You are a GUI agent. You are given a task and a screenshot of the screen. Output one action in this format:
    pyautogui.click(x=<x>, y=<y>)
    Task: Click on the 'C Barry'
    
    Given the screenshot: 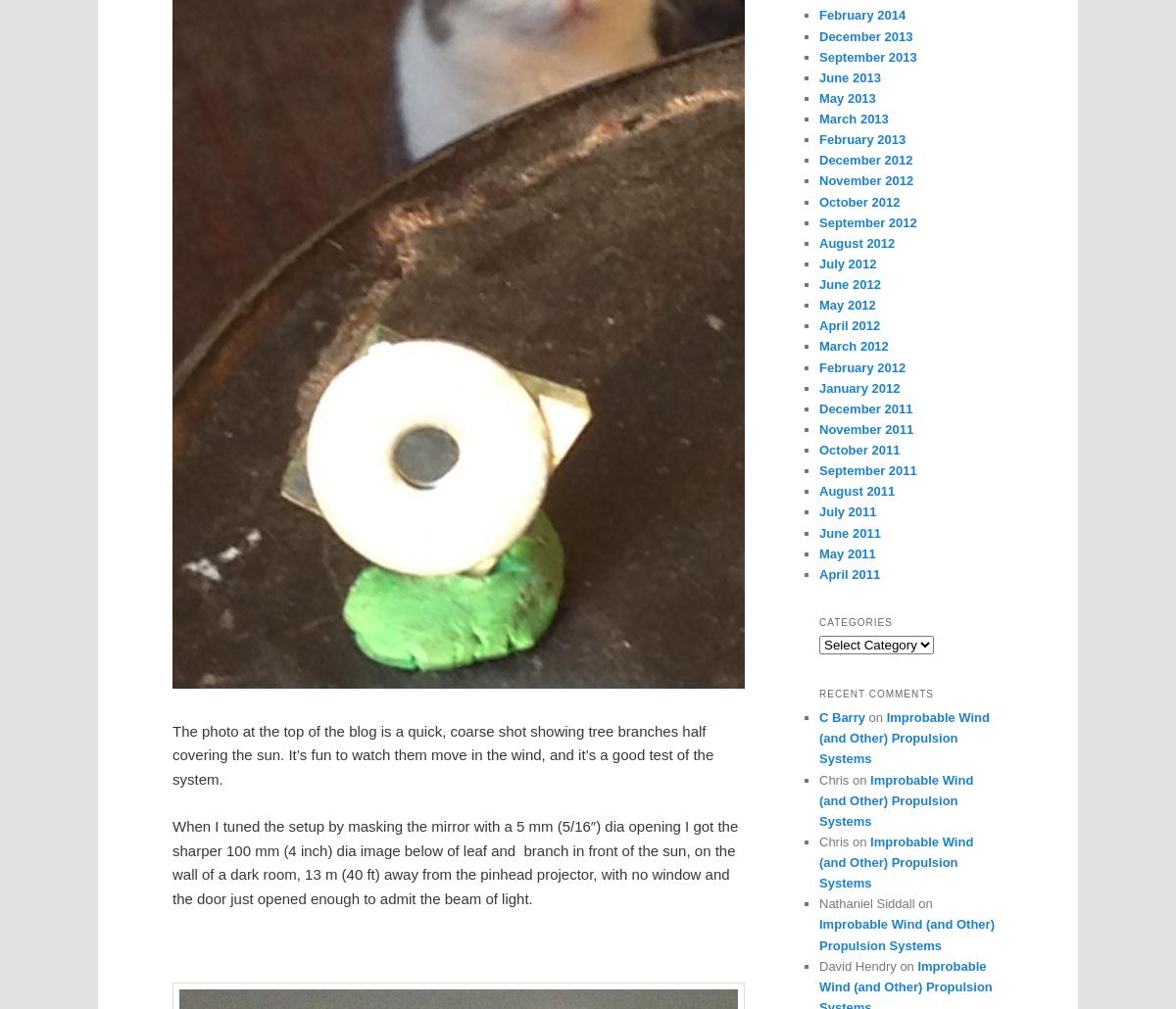 What is the action you would take?
    pyautogui.click(x=840, y=717)
    